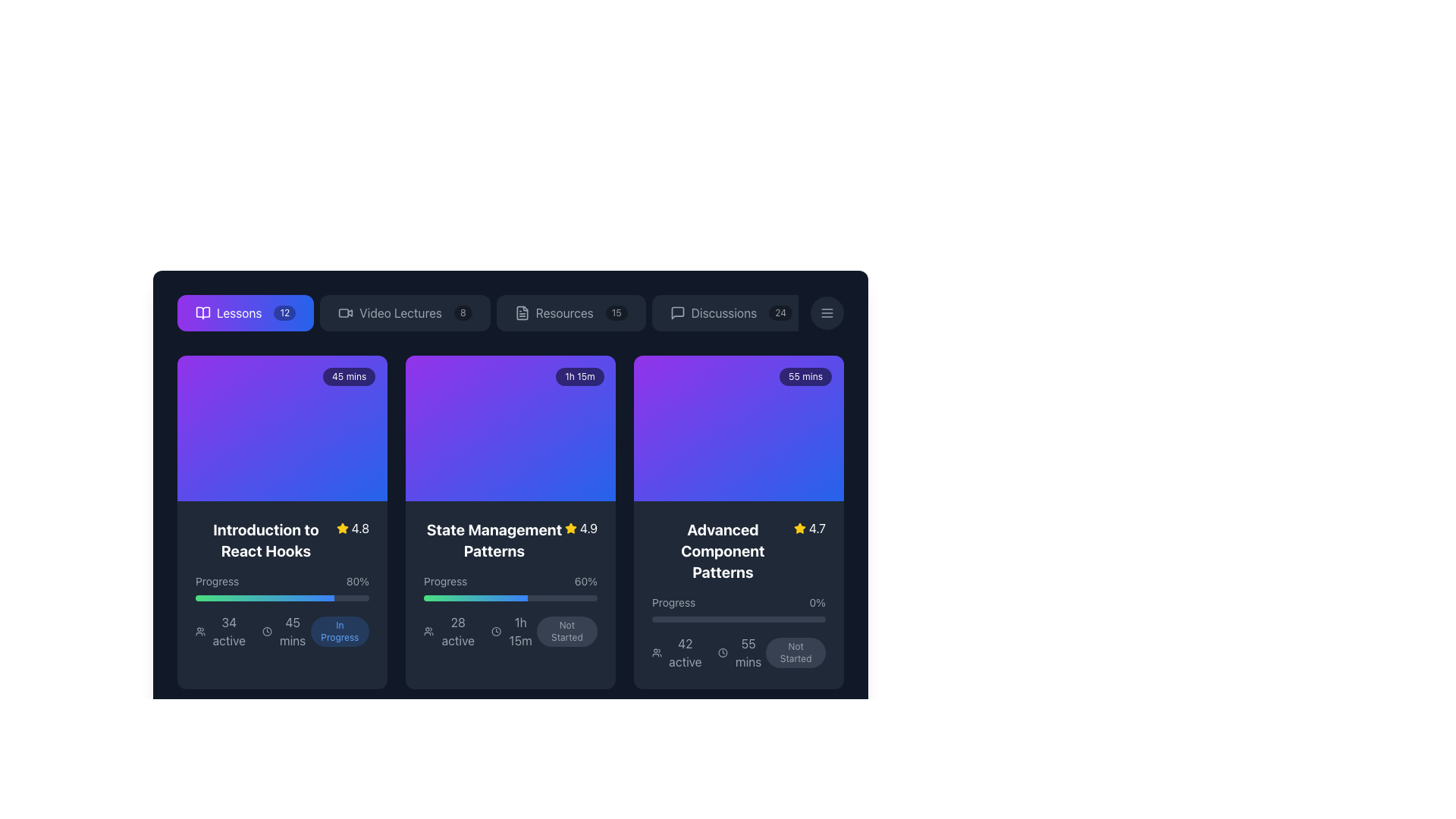  I want to click on the title text label for 'State Management Patterns' located in the middle card of a three-card grid, which is positioned underneath a purple header and above the progress bar section, so click(494, 540).